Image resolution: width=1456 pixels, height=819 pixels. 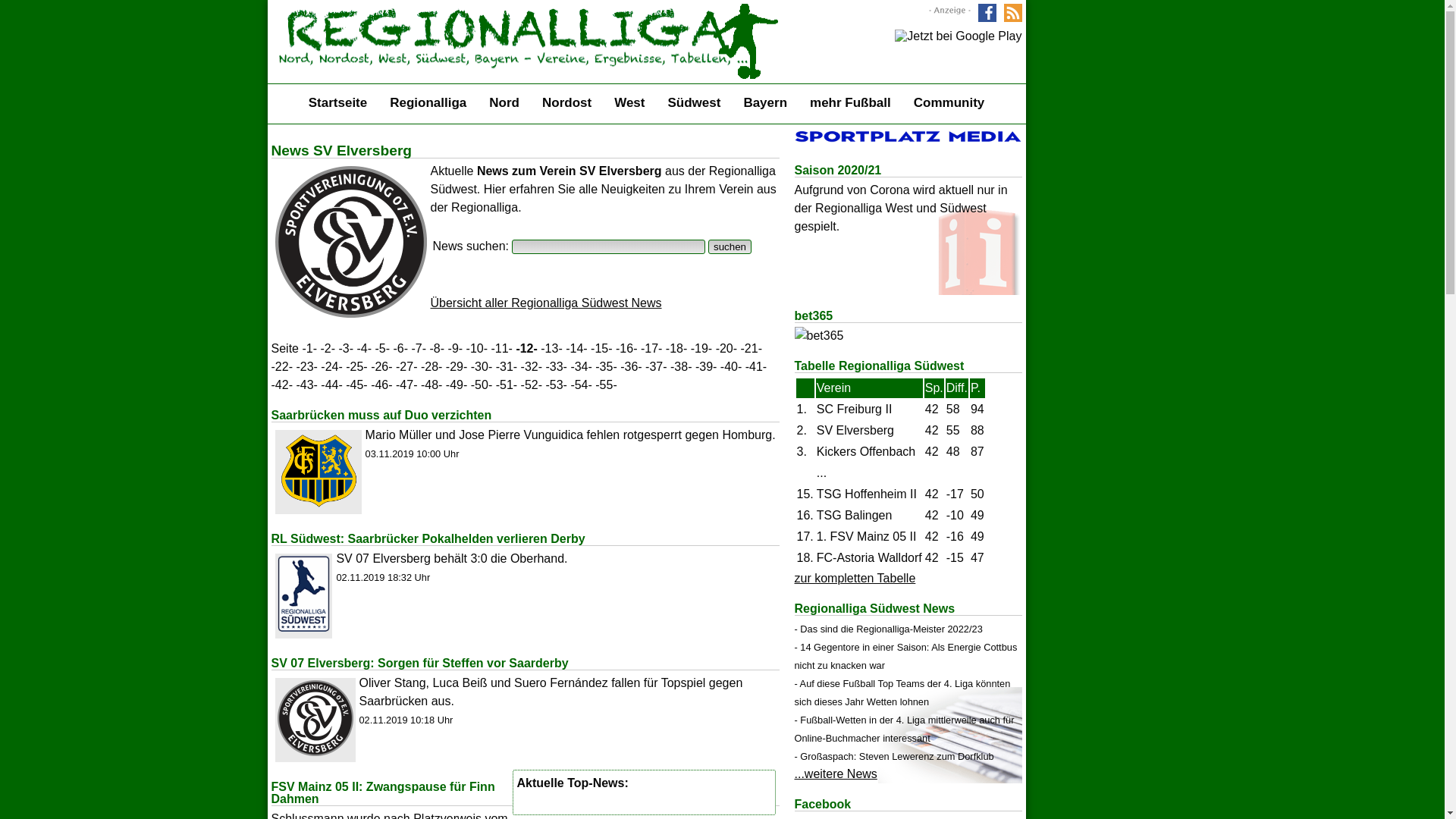 What do you see at coordinates (531, 366) in the screenshot?
I see `'-32-'` at bounding box center [531, 366].